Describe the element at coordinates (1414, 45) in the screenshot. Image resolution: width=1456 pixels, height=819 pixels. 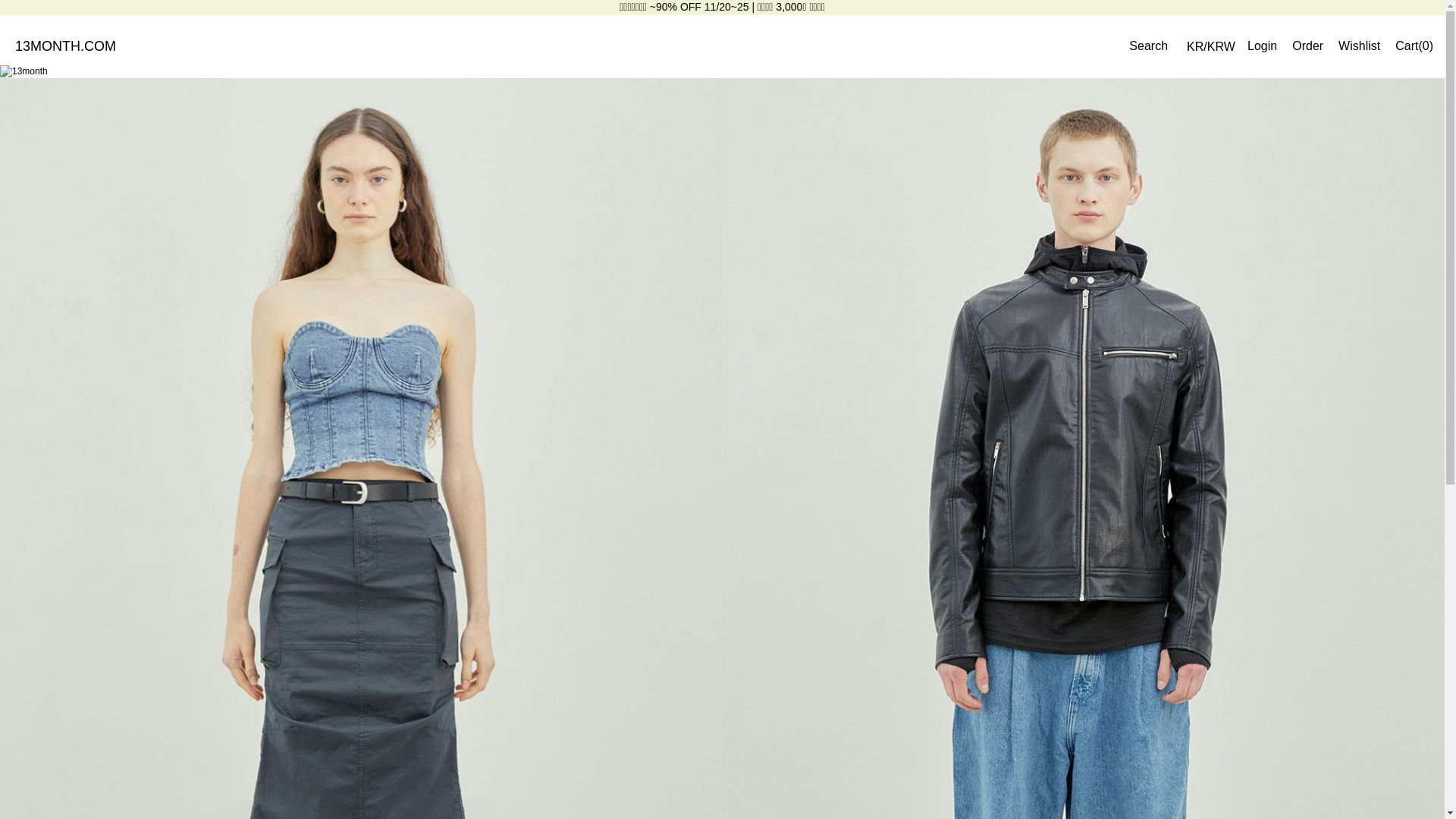
I see `'Cart(0)'` at that location.